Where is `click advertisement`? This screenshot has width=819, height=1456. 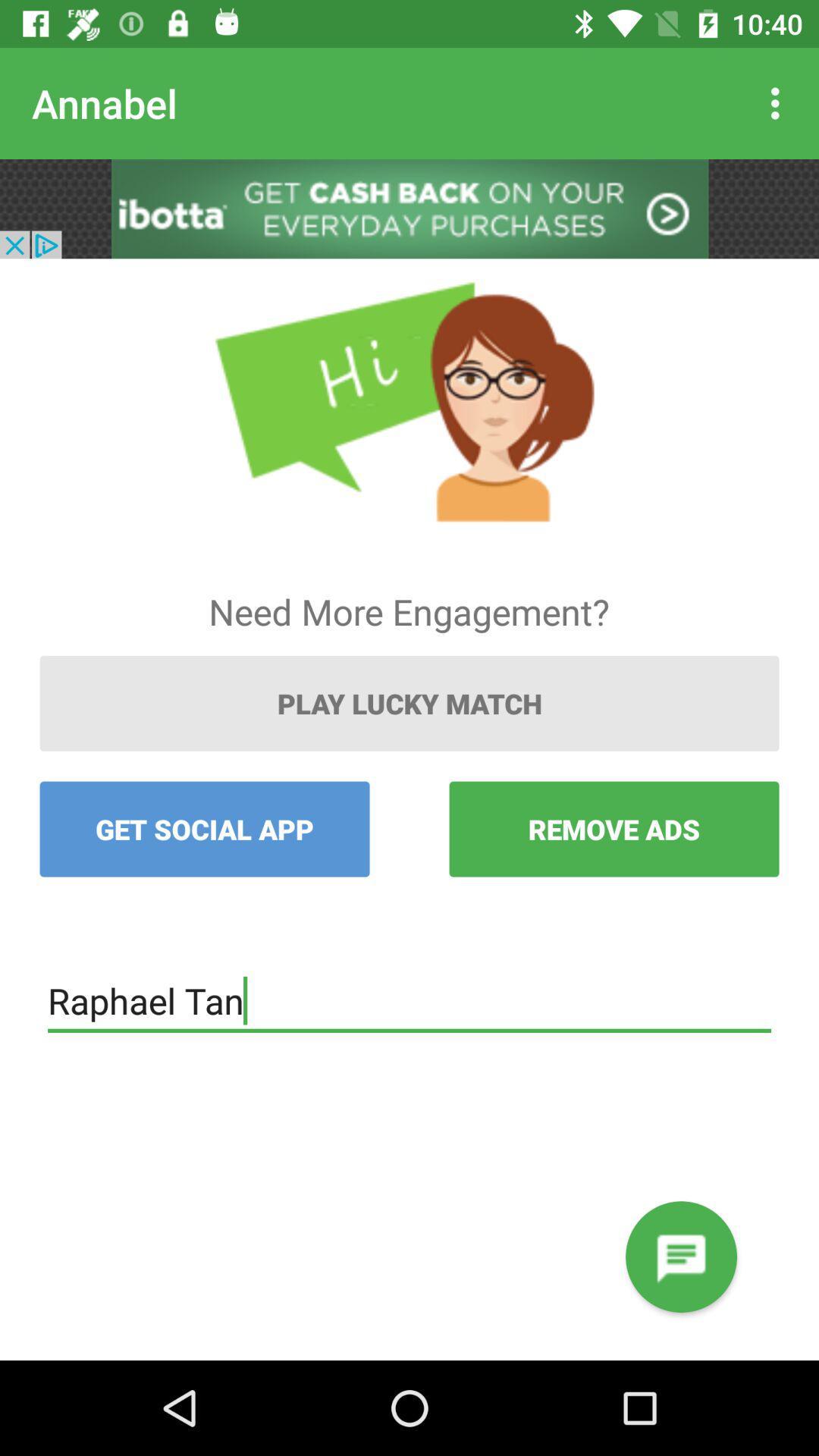 click advertisement is located at coordinates (409, 208).